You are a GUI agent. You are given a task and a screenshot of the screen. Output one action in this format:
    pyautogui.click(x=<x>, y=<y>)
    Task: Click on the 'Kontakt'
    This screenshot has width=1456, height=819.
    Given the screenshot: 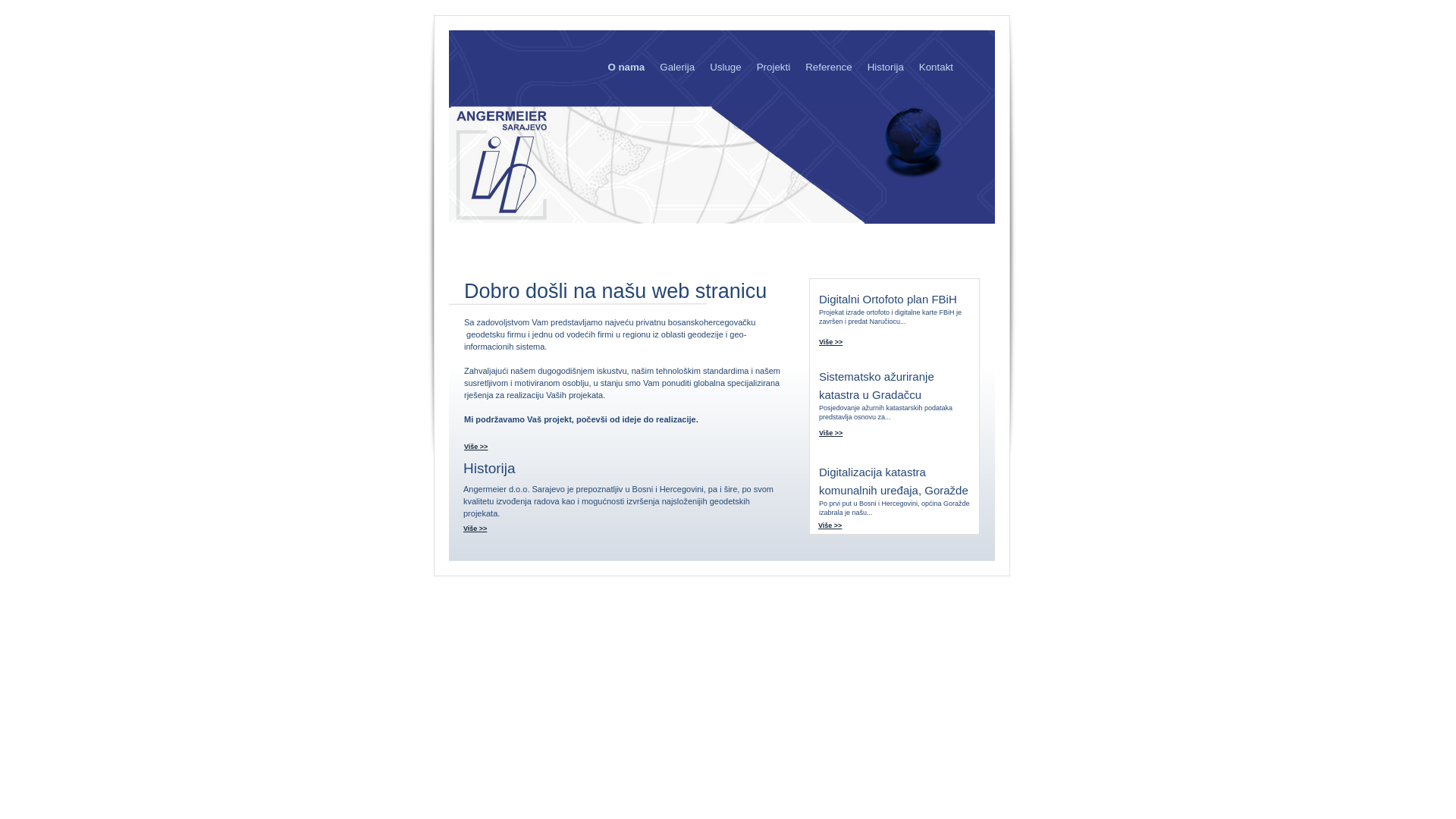 What is the action you would take?
    pyautogui.click(x=935, y=66)
    